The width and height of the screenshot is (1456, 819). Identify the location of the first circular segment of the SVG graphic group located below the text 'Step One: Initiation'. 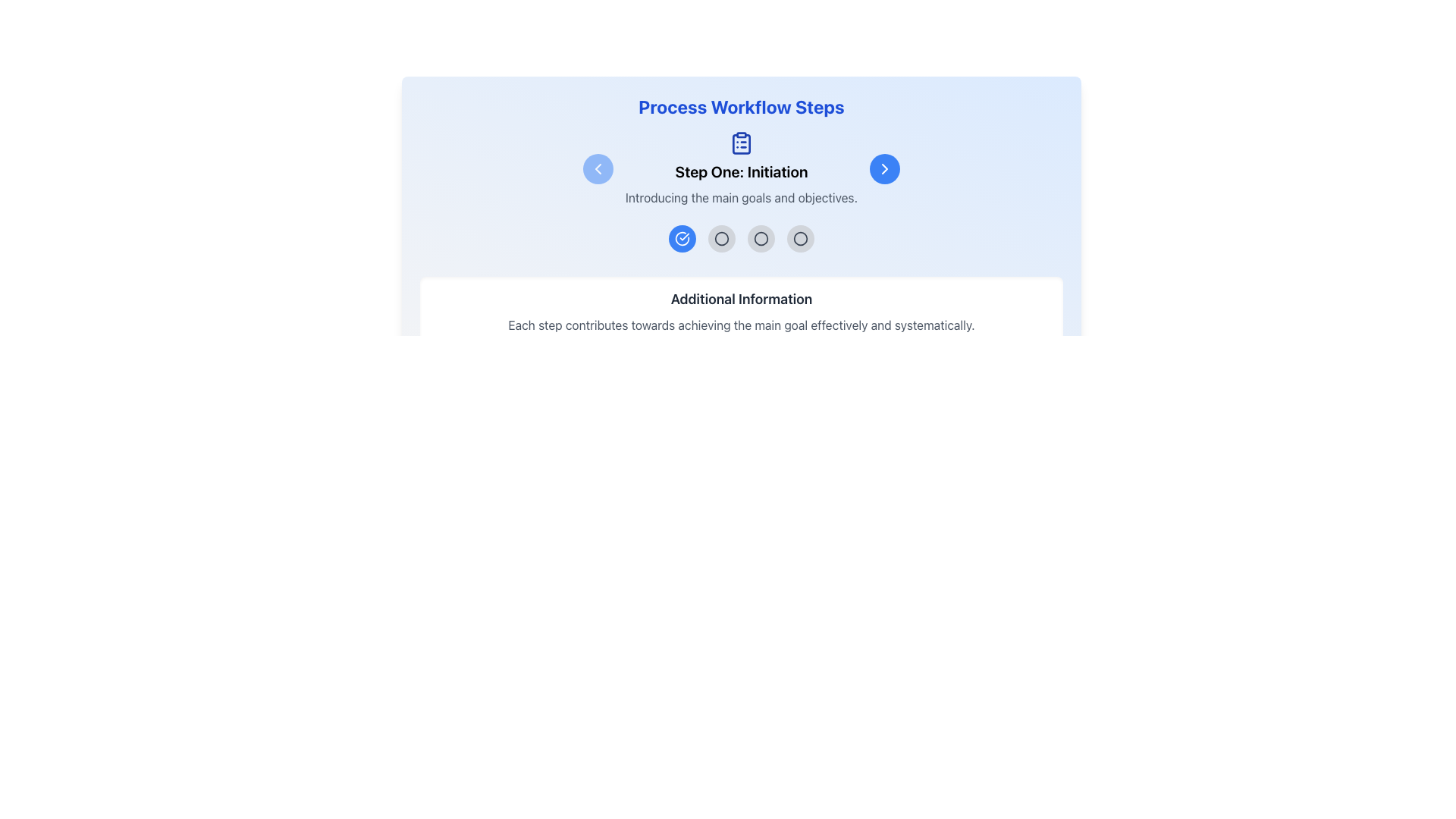
(682, 239).